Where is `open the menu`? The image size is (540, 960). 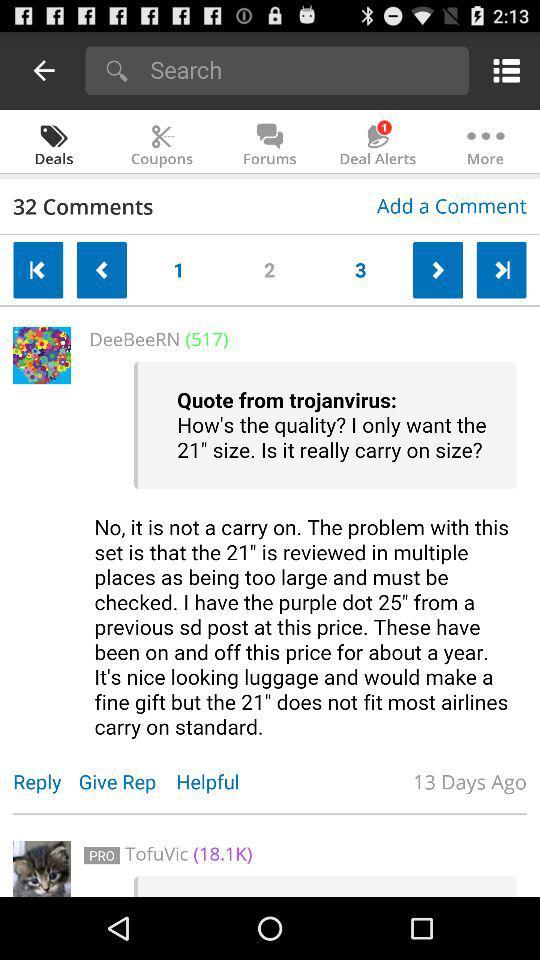 open the menu is located at coordinates (502, 70).